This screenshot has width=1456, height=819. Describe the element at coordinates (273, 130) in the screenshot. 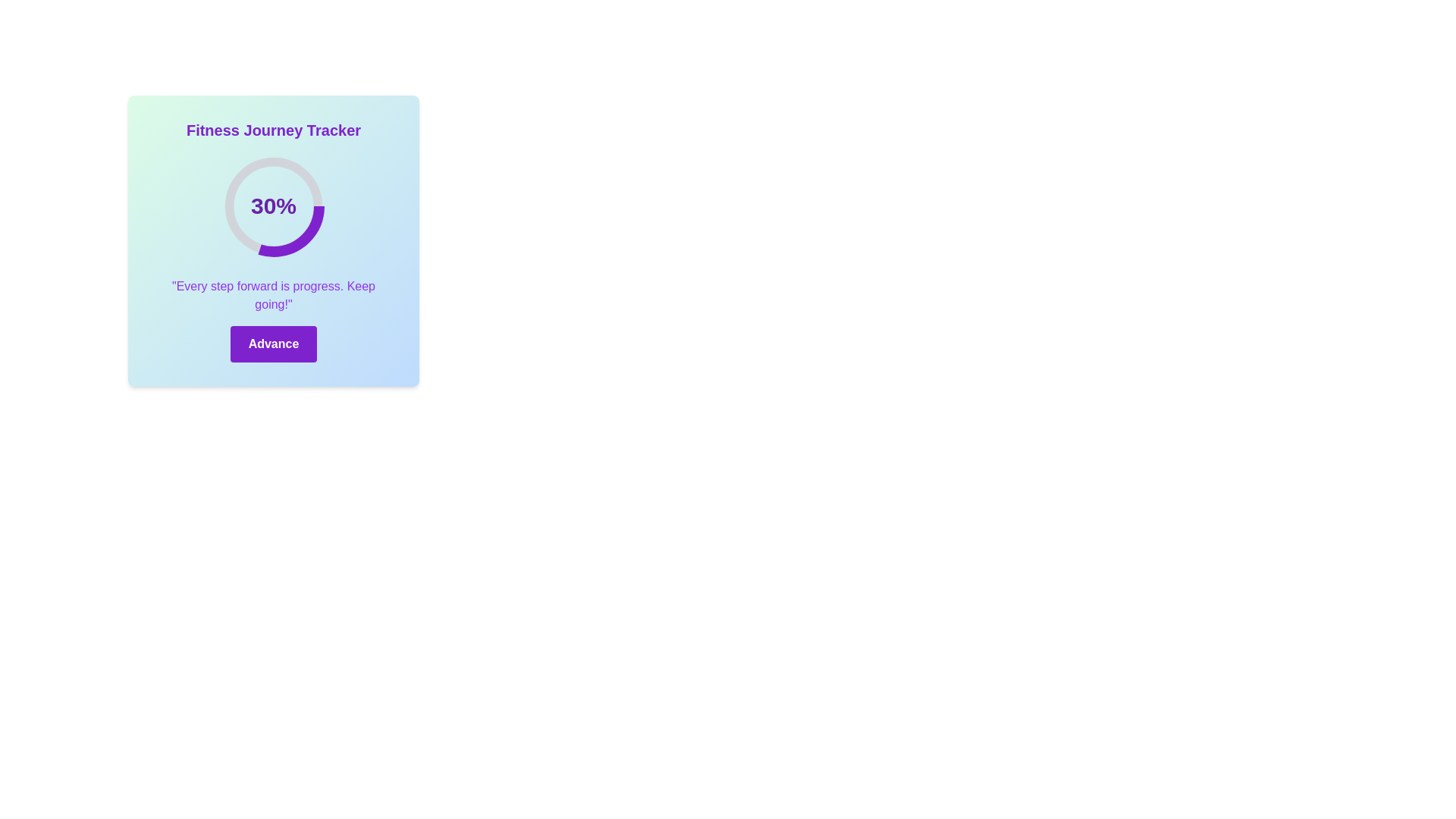

I see `prominent text label displaying 'Fitness Journey Tracker' in bold, extra-large purple font located at the top of the card` at that location.